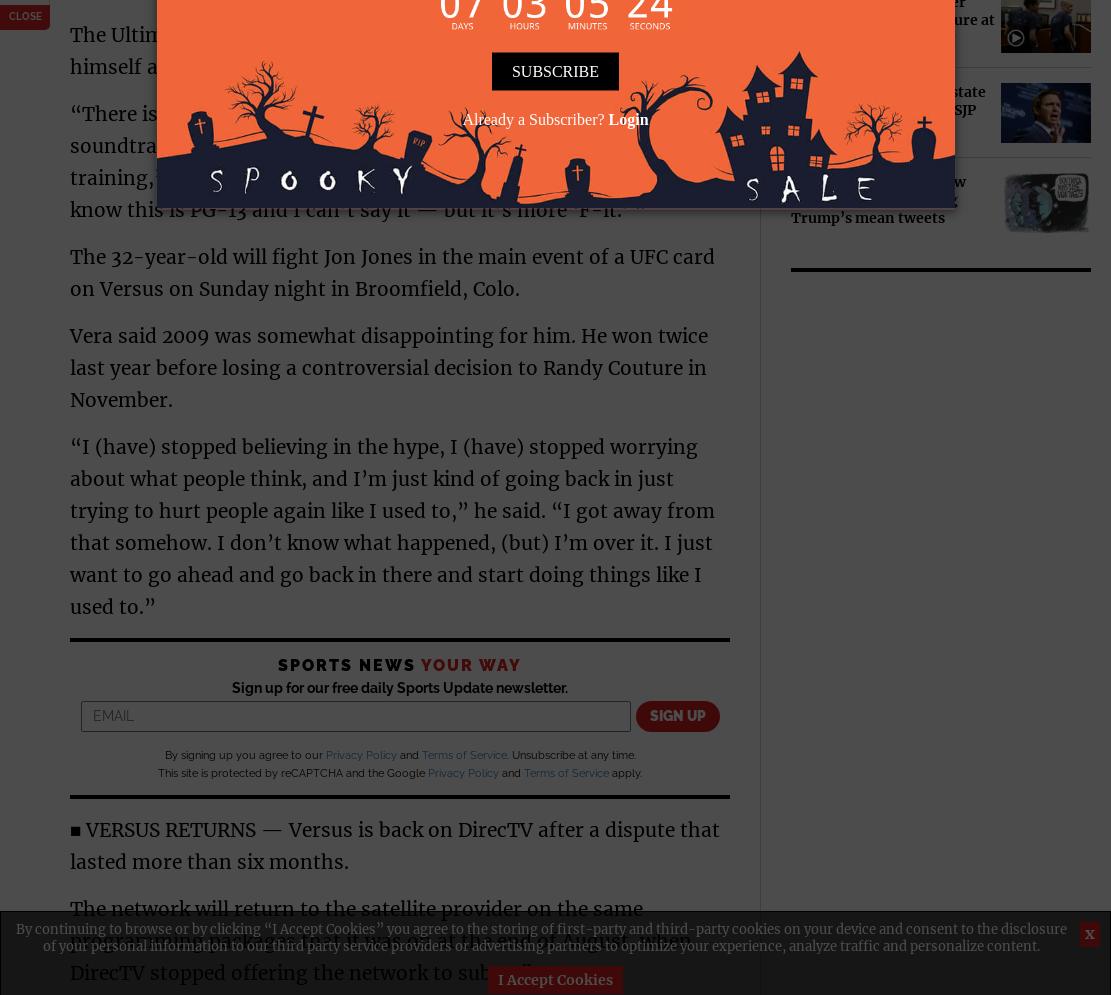 This screenshot has height=995, width=1111. I want to click on 'Login', so click(628, 117).